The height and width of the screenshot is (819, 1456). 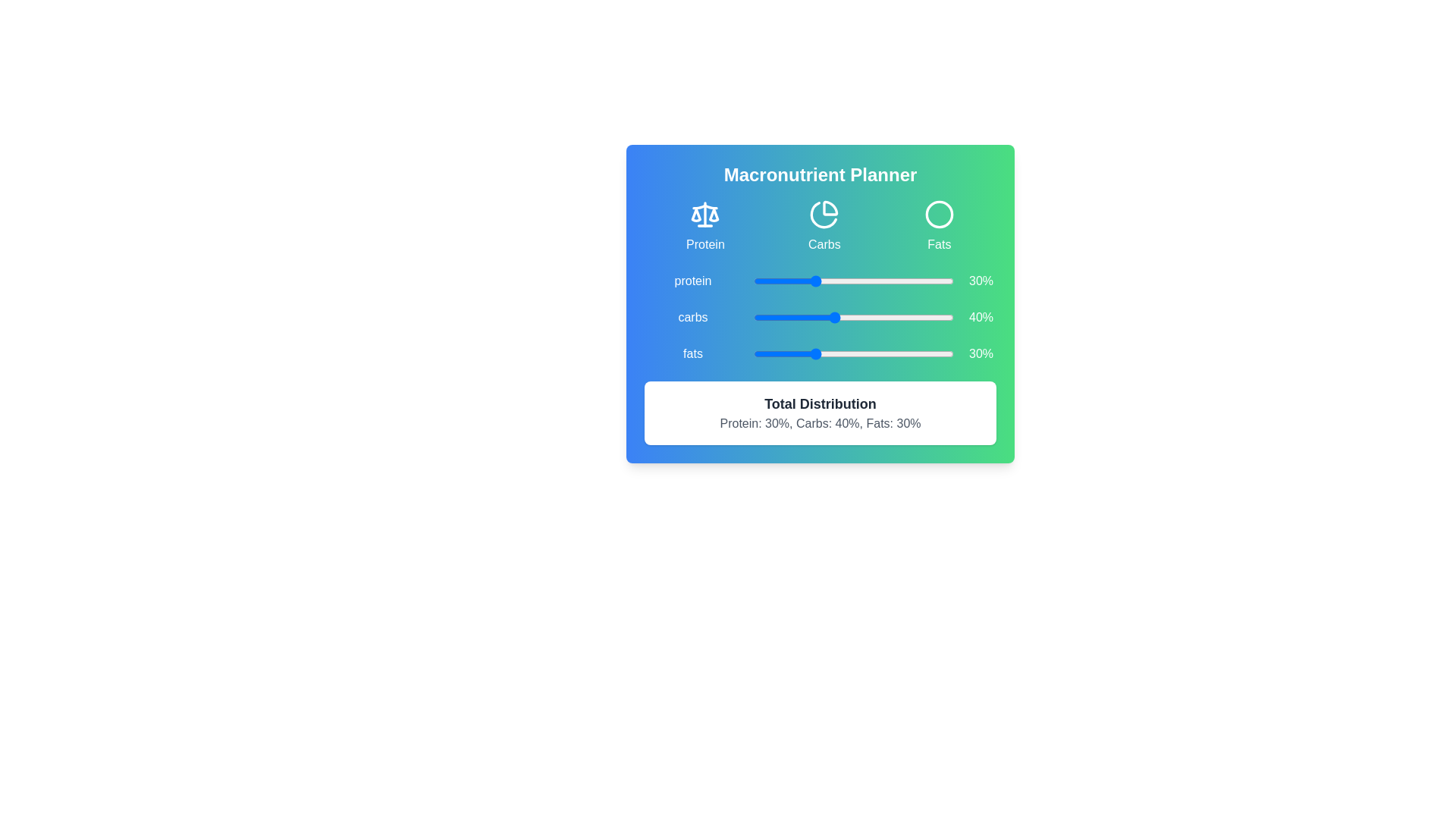 What do you see at coordinates (692, 317) in the screenshot?
I see `the text label that indicates the category of the associated slider bar for carbohydrate distribution, located to the left of the slider and above the percentage value '40%'` at bounding box center [692, 317].